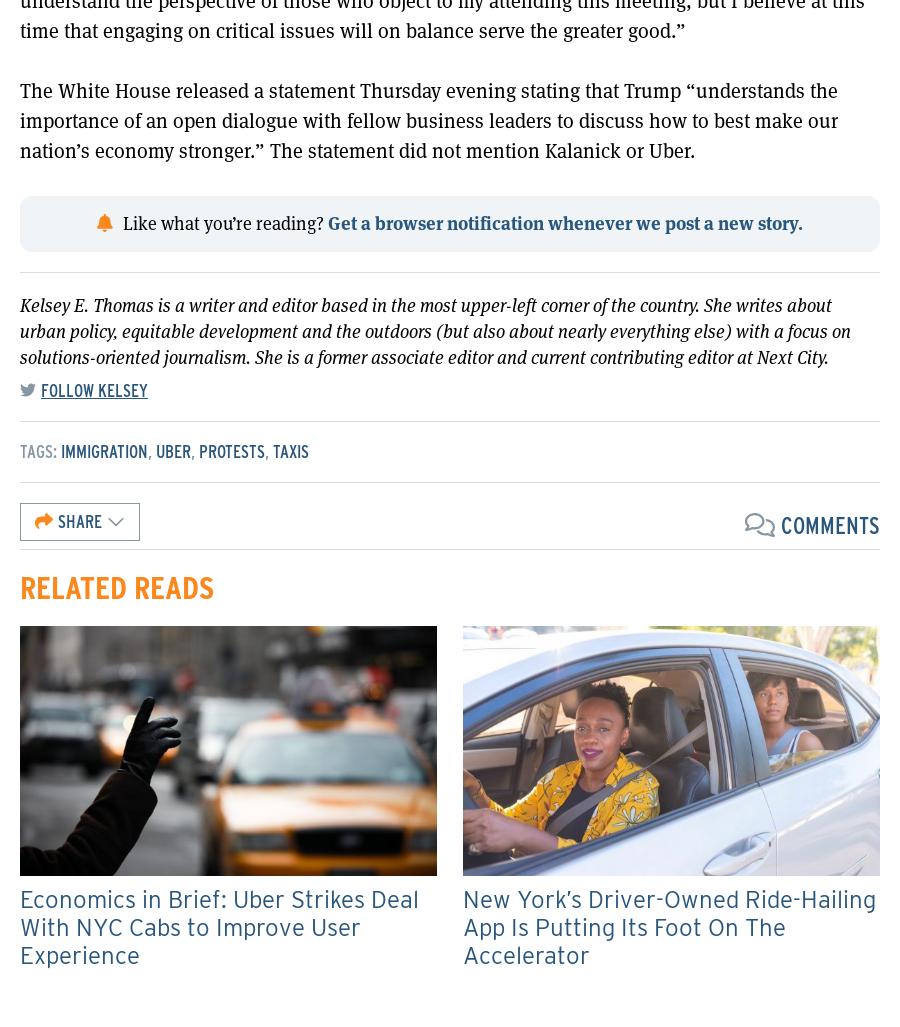 This screenshot has height=1027, width=900. Describe the element at coordinates (224, 222) in the screenshot. I see `'Like what you’re reading?'` at that location.